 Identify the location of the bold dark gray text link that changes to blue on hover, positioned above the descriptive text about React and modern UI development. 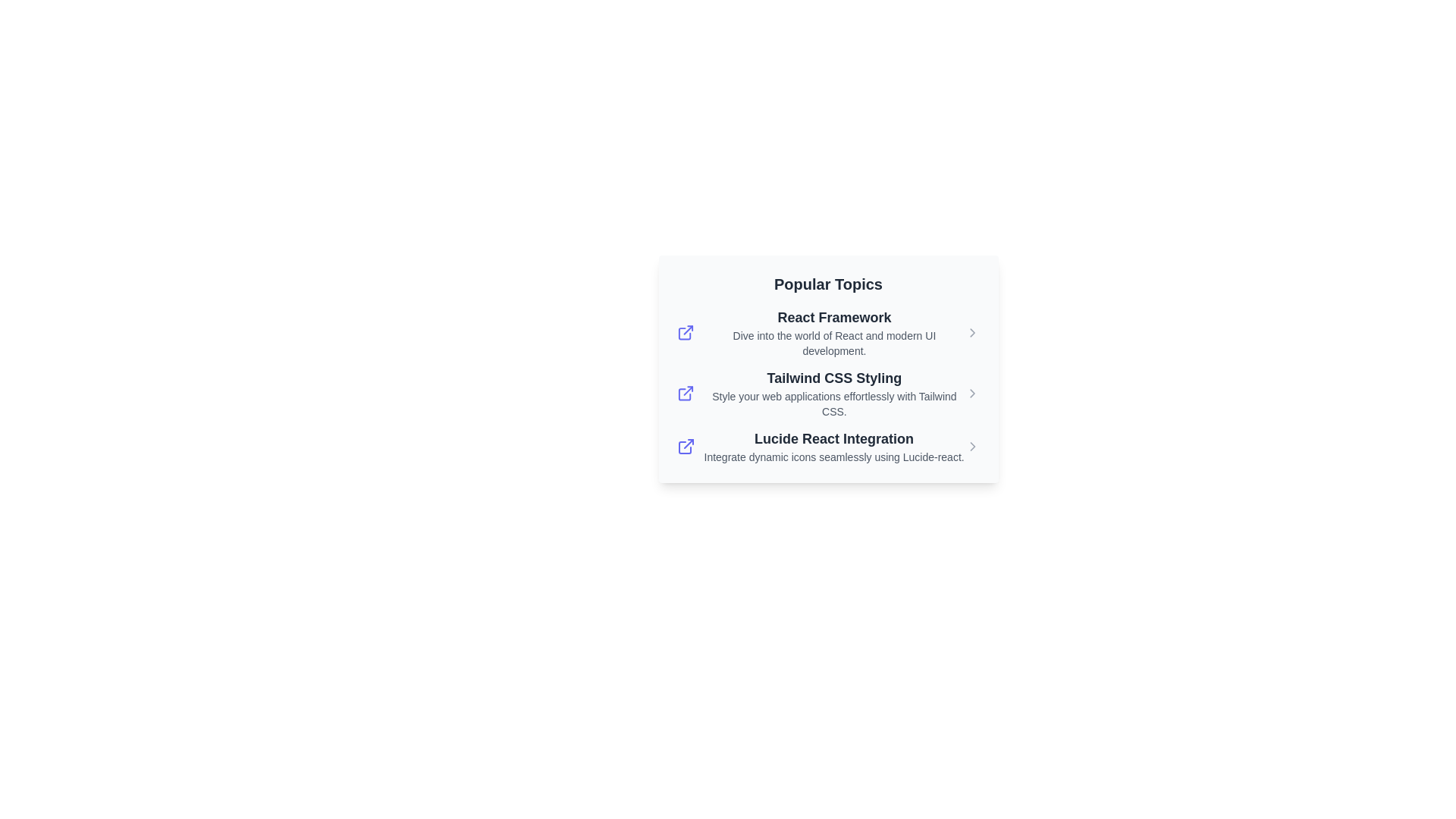
(833, 317).